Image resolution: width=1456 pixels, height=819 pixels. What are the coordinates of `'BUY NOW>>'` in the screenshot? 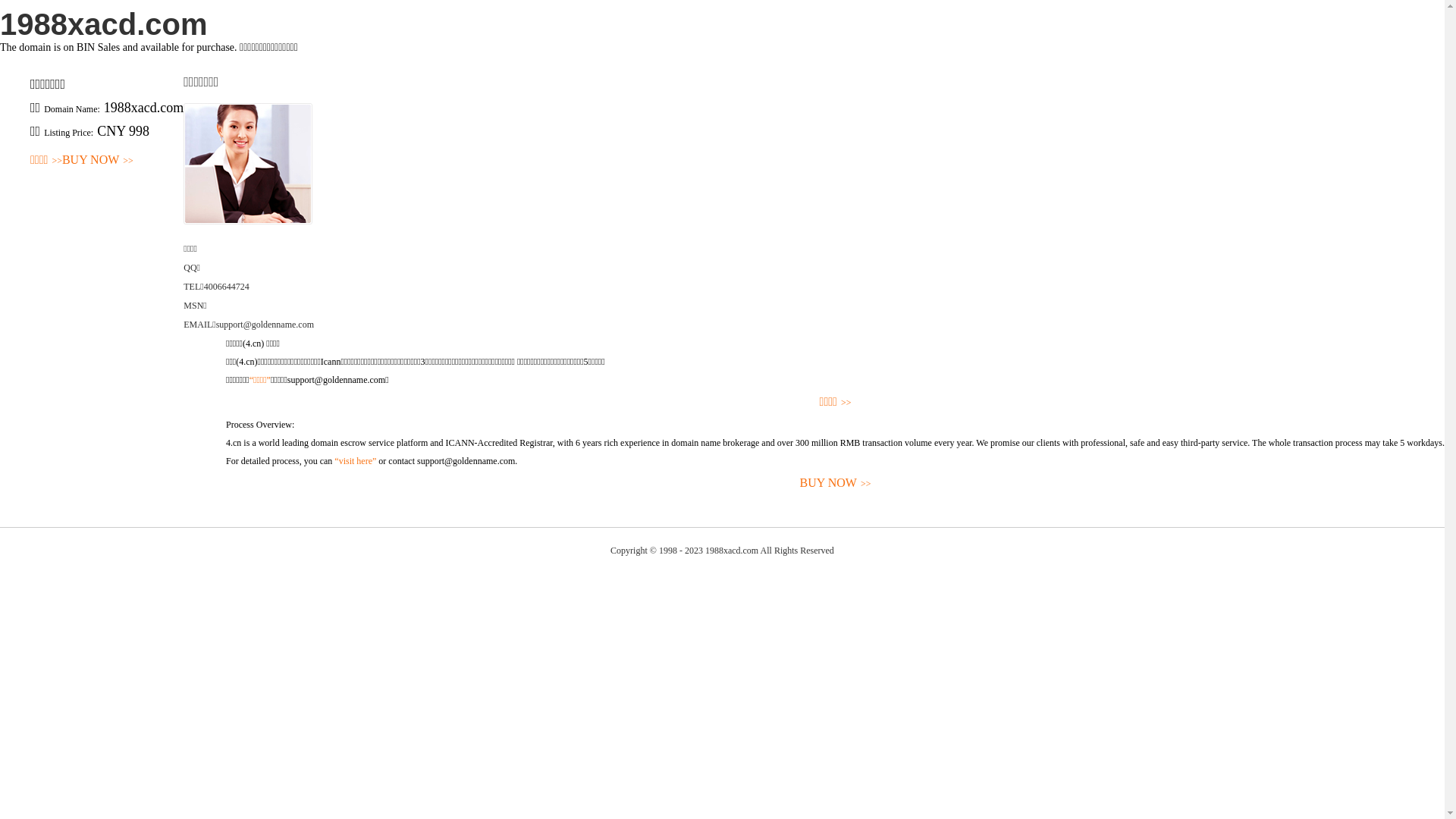 It's located at (97, 160).